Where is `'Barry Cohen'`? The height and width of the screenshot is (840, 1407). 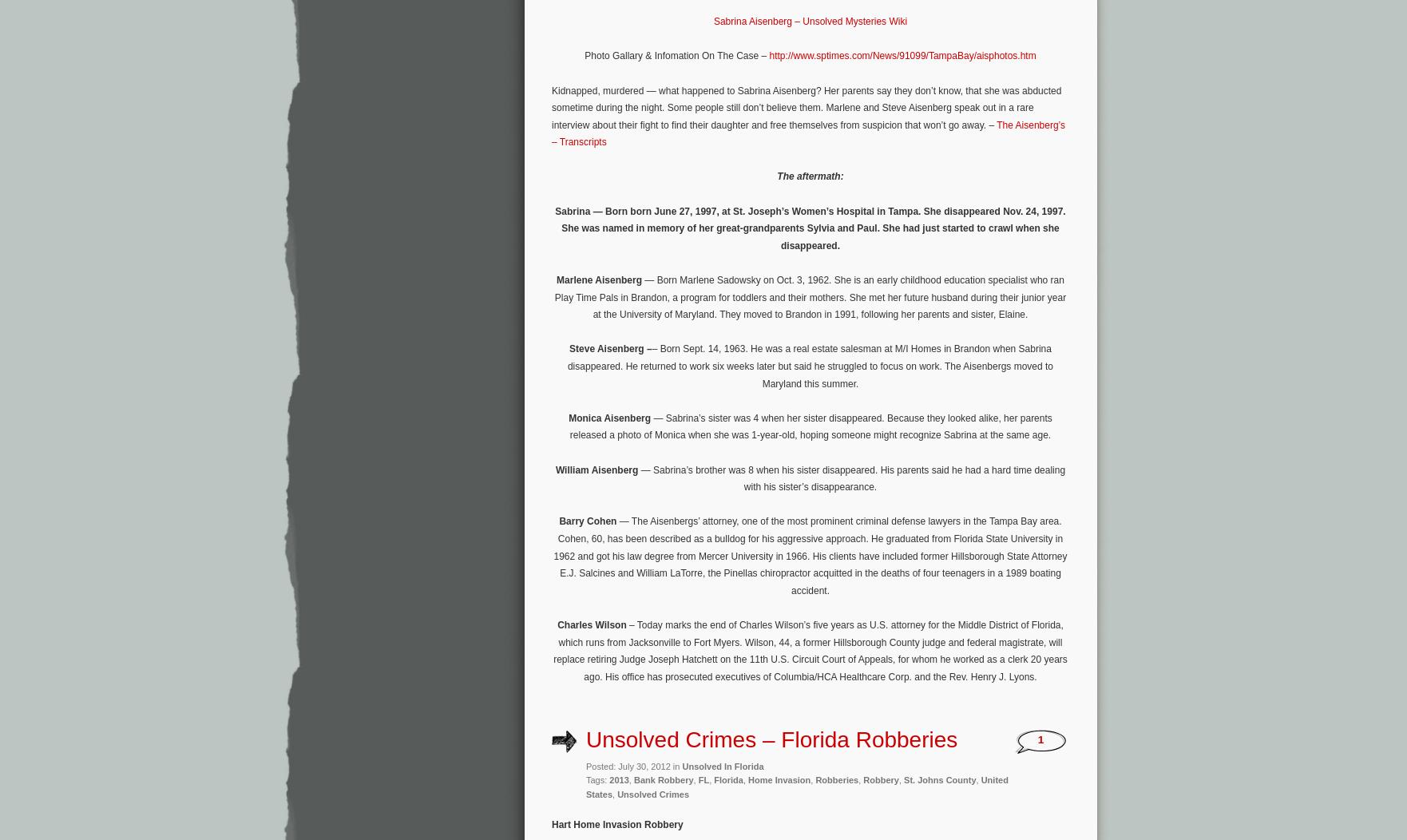
'Barry Cohen' is located at coordinates (586, 521).